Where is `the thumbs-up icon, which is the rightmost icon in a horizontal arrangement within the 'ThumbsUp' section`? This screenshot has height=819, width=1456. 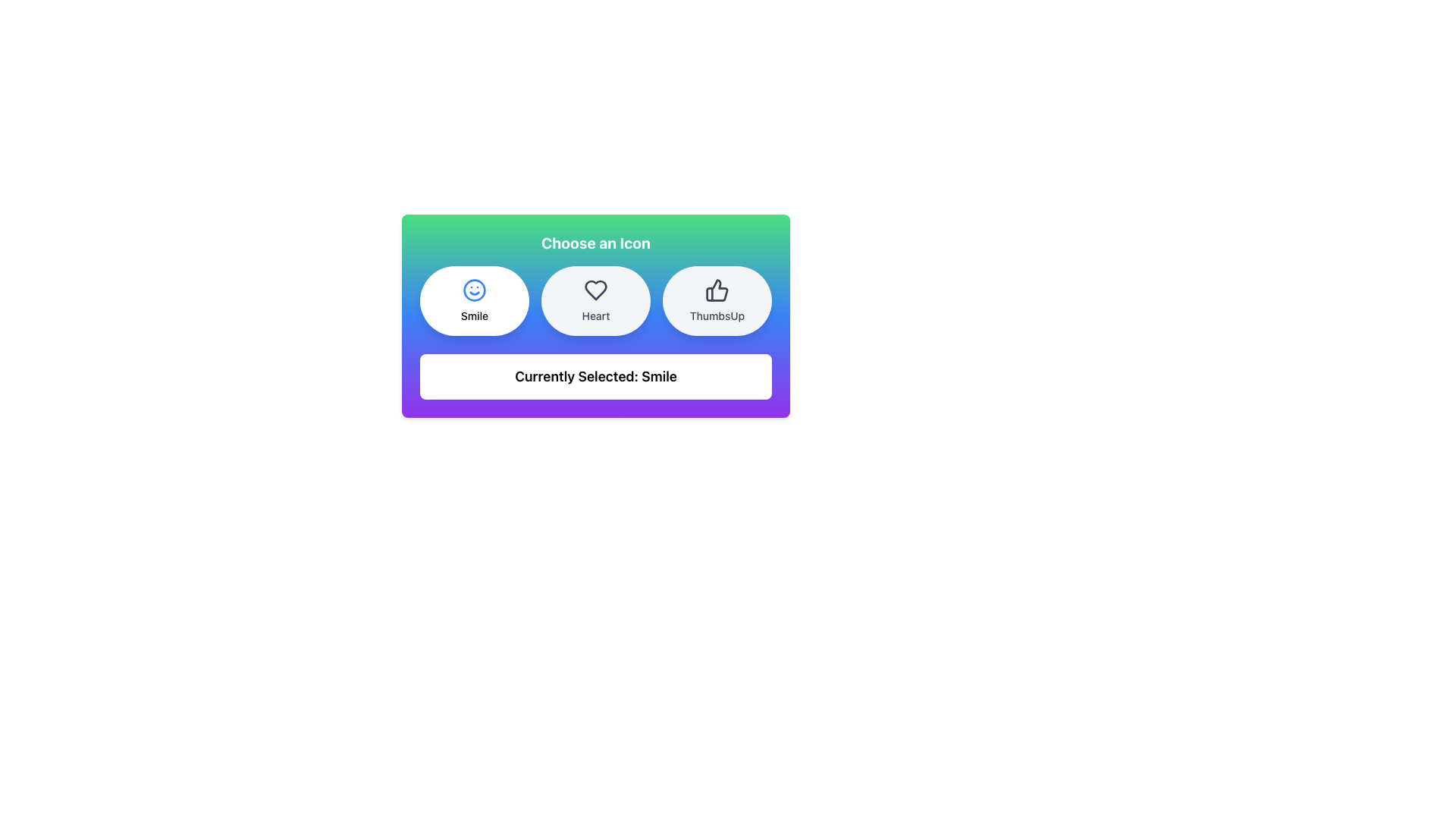
the thumbs-up icon, which is the rightmost icon in a horizontal arrangement within the 'ThumbsUp' section is located at coordinates (716, 290).